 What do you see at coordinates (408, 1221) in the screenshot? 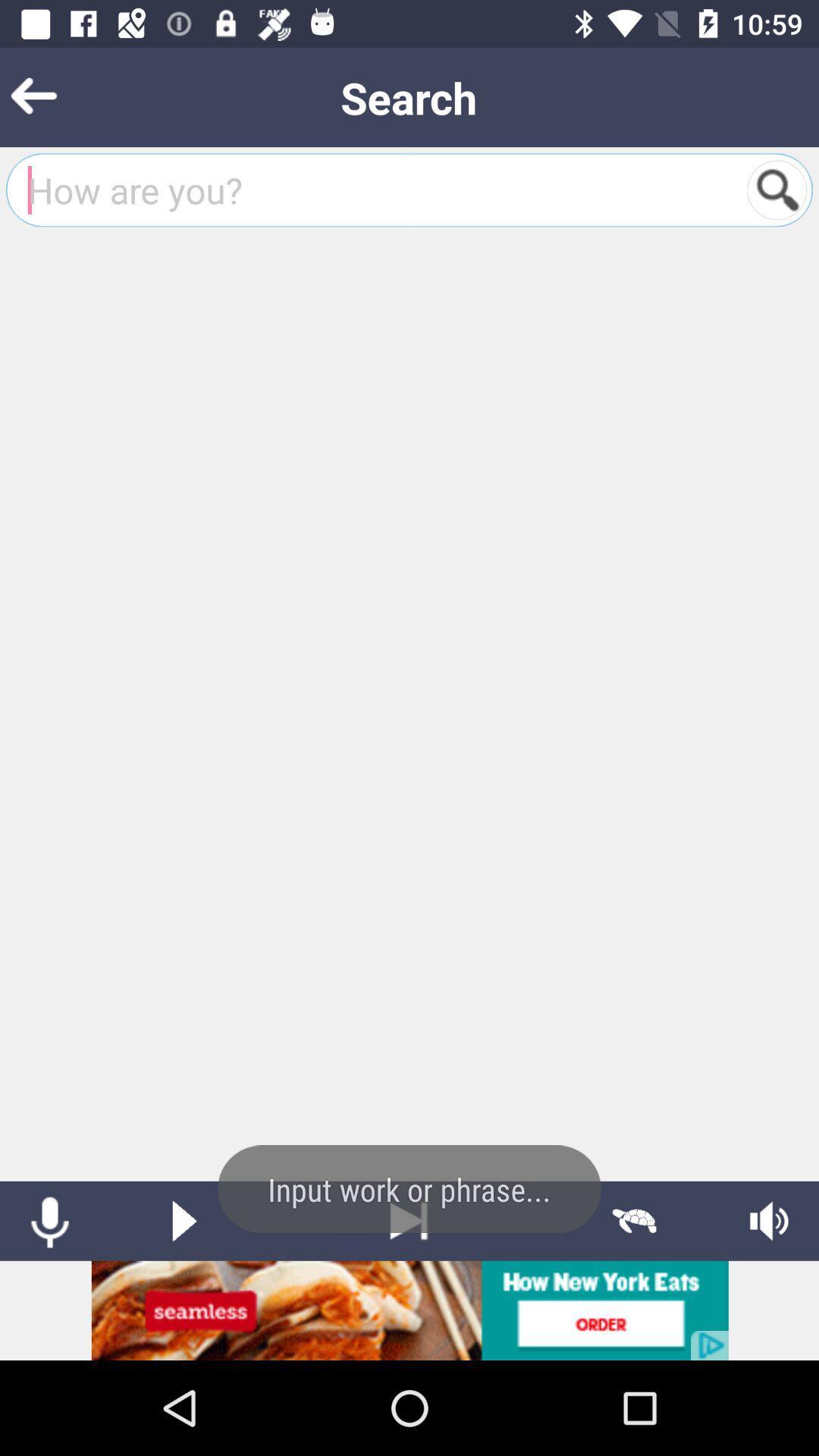
I see `skip to next` at bounding box center [408, 1221].